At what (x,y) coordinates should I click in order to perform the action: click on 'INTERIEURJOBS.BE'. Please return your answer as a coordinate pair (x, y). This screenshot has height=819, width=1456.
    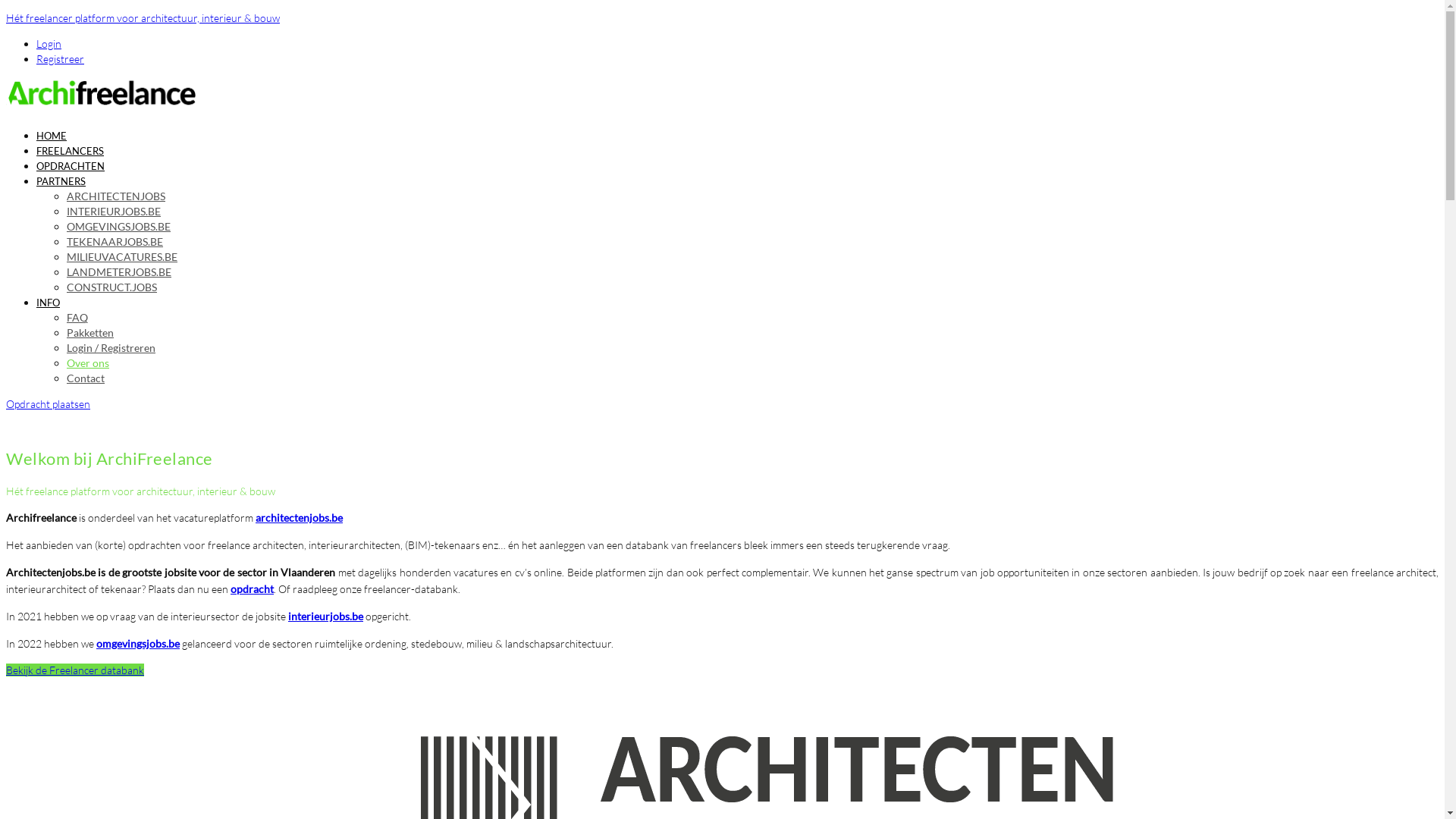
    Looking at the image, I should click on (65, 211).